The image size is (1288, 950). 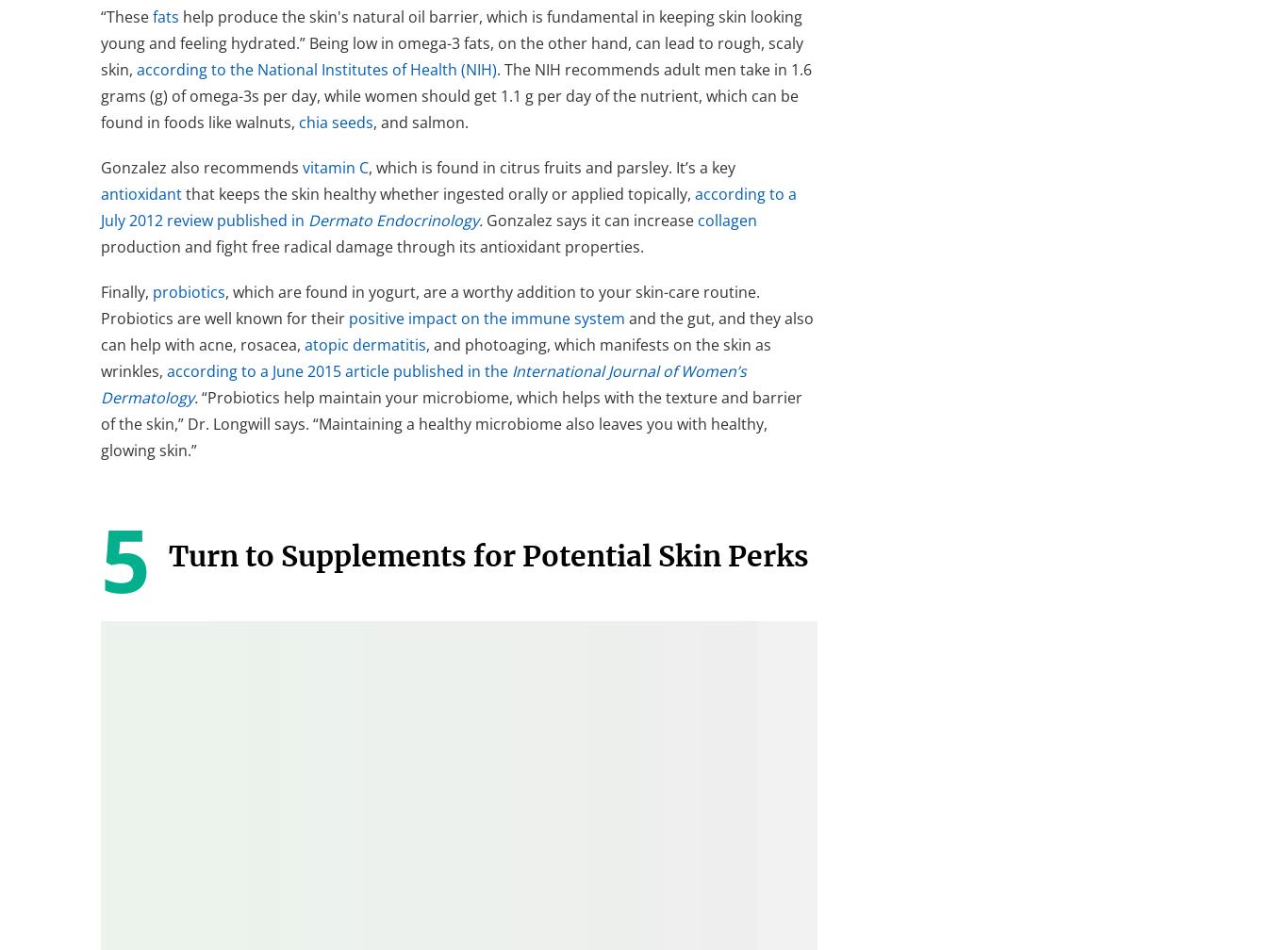 I want to click on 'Finally,', so click(x=100, y=290).